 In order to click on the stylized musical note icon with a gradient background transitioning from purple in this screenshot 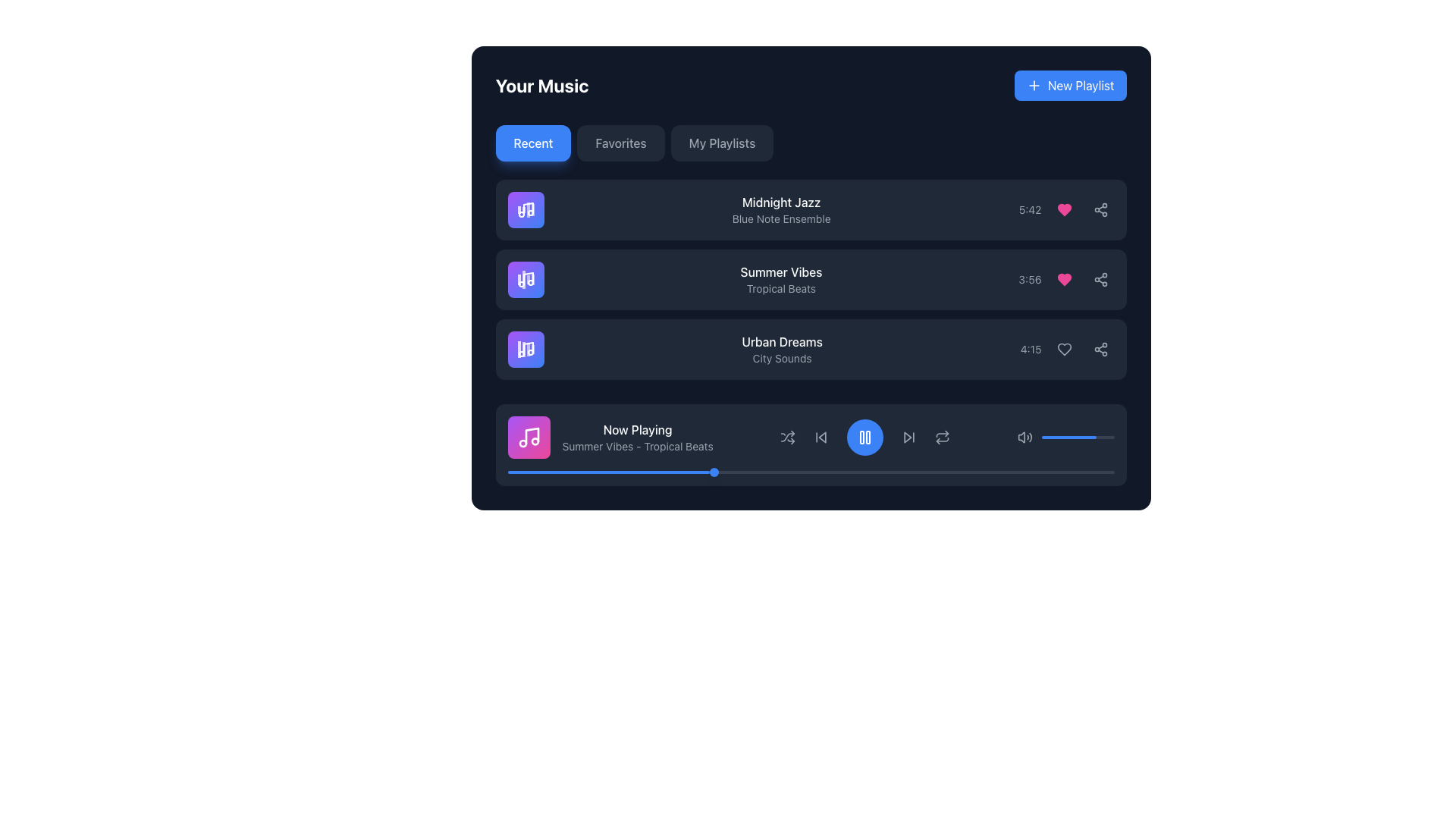, I will do `click(526, 350)`.